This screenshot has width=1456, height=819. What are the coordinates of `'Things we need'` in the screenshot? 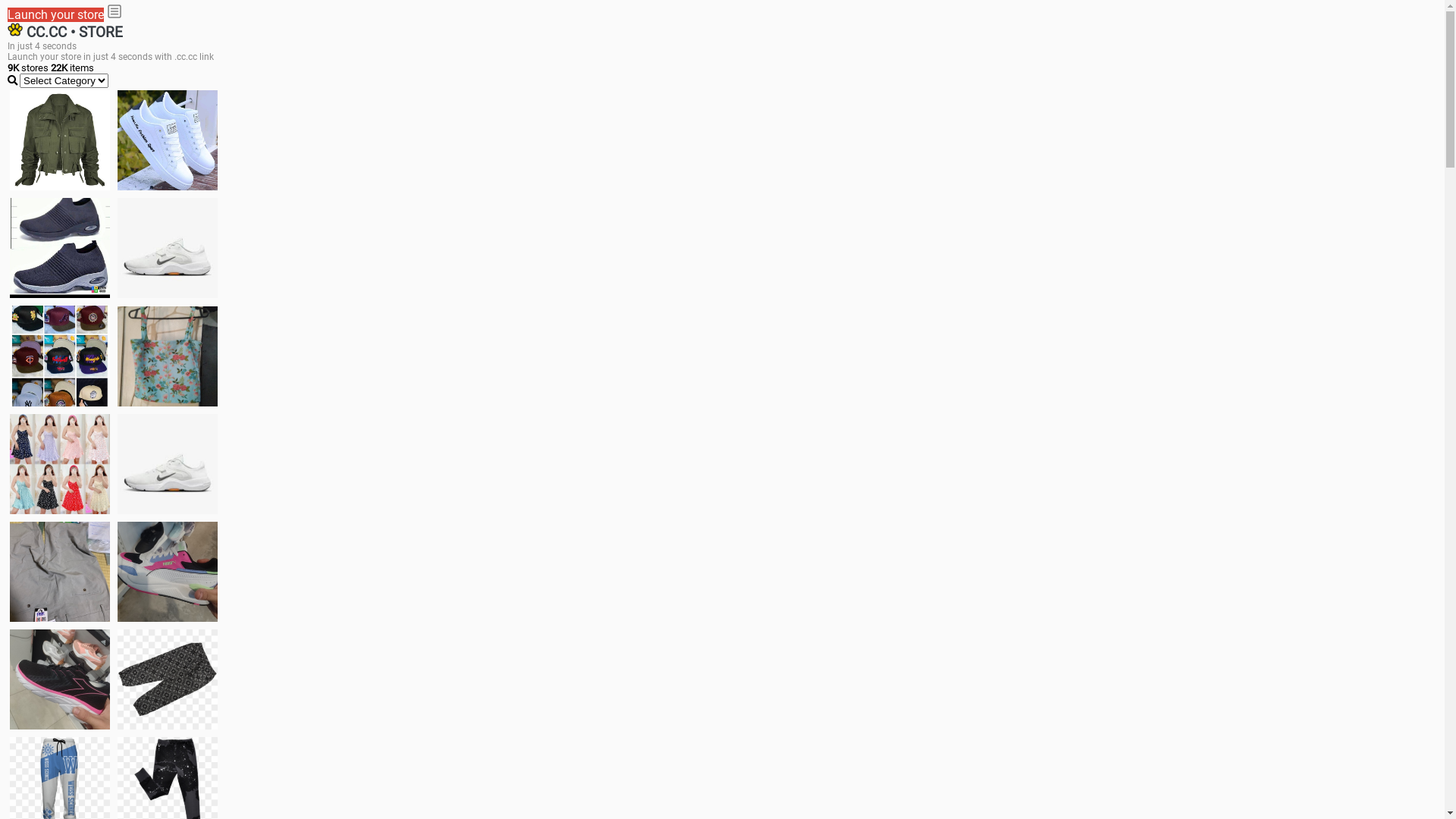 It's located at (59, 356).